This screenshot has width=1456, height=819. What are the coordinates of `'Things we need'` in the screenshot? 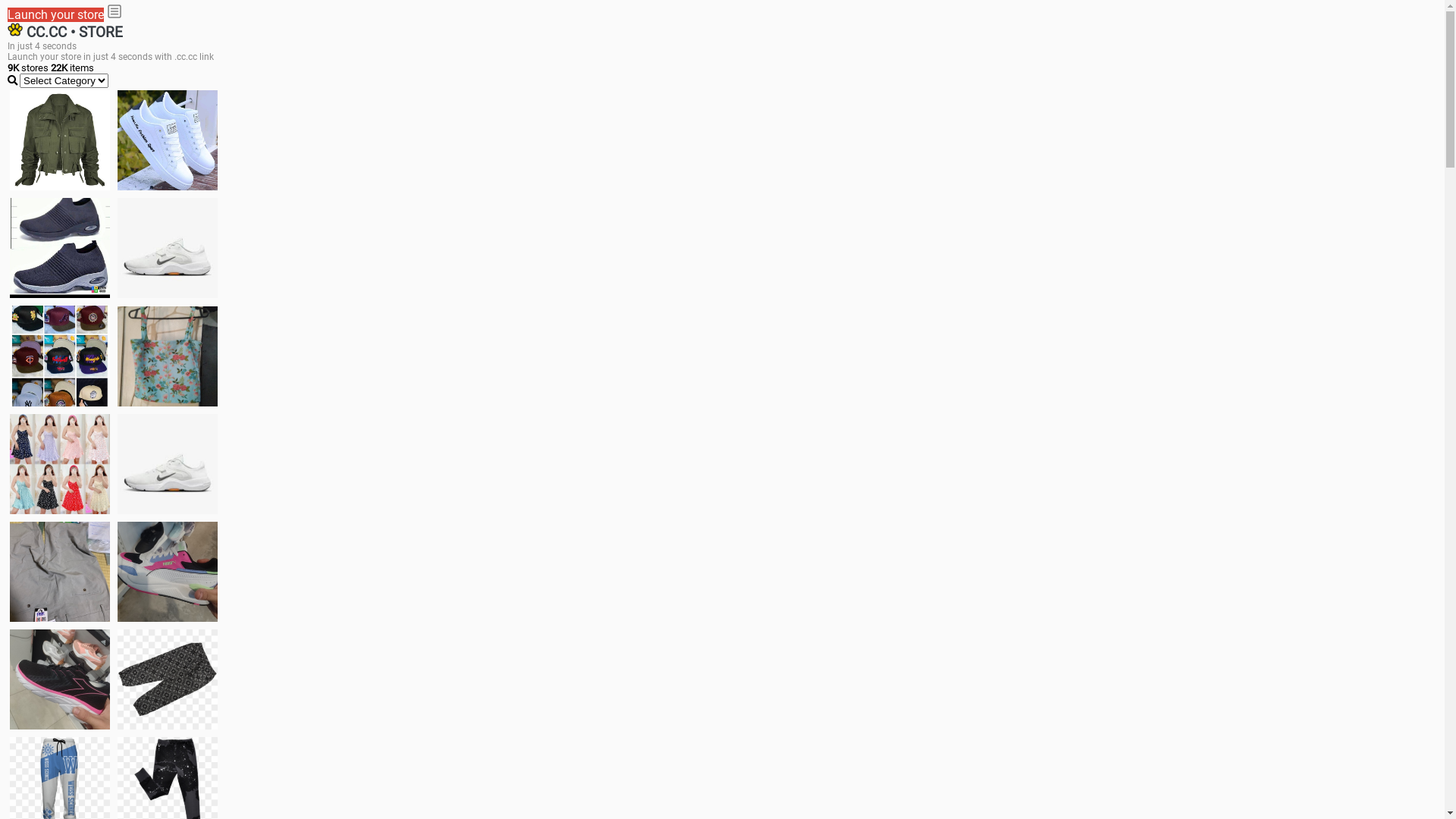 It's located at (59, 356).